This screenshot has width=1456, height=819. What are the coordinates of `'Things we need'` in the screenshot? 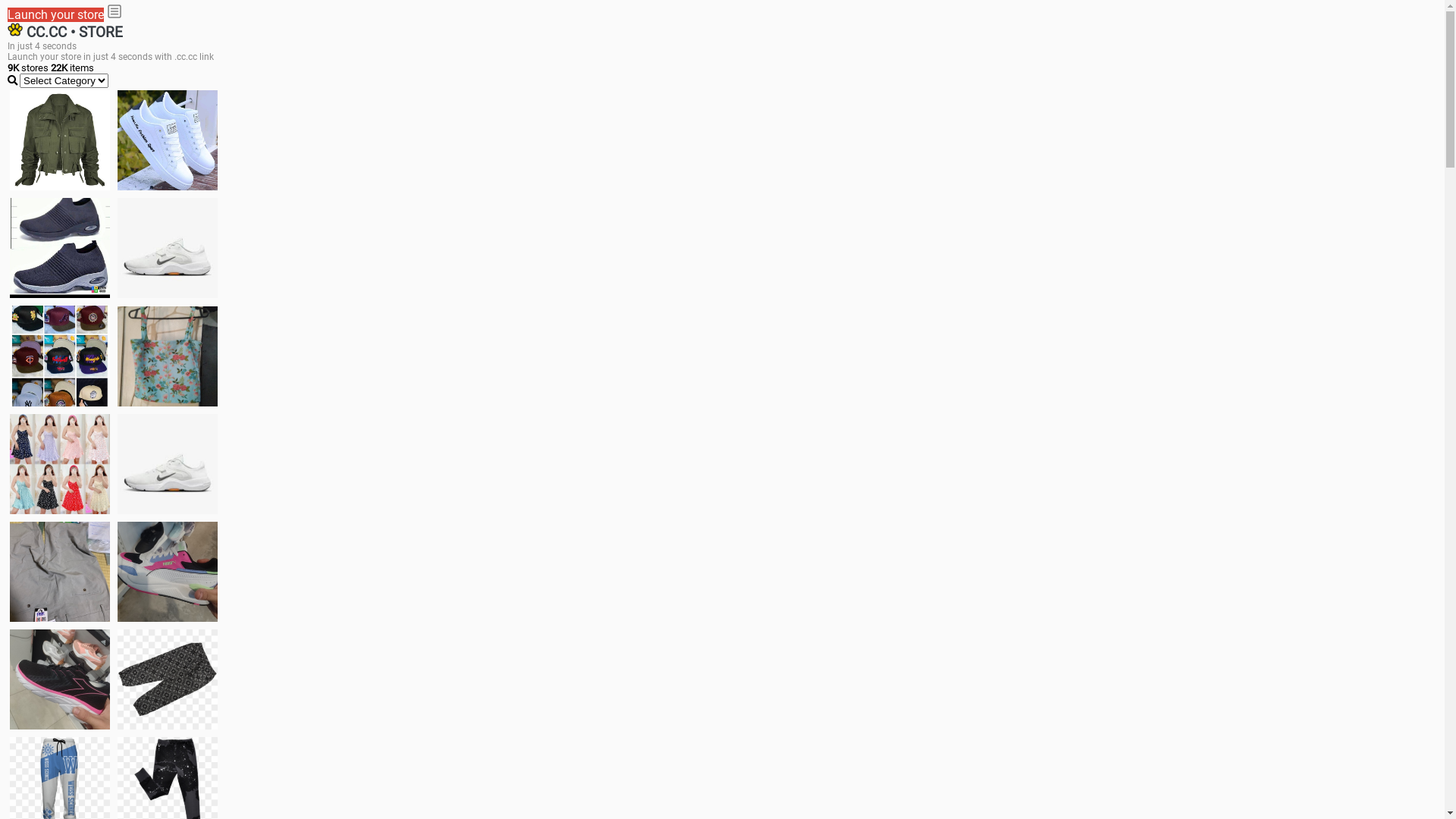 It's located at (59, 356).